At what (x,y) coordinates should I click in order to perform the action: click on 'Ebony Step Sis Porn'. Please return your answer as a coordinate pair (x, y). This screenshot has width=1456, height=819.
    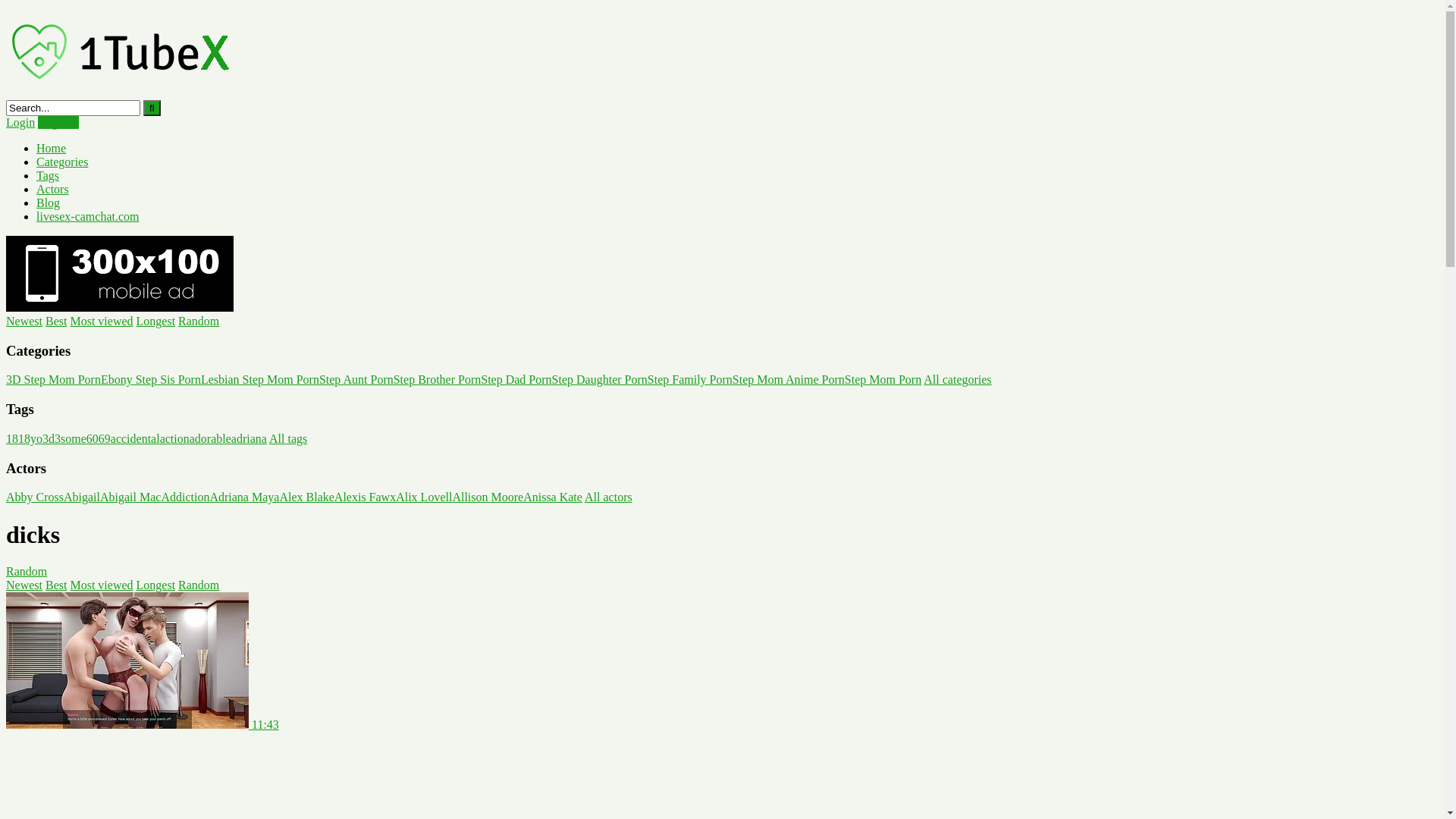
    Looking at the image, I should click on (150, 378).